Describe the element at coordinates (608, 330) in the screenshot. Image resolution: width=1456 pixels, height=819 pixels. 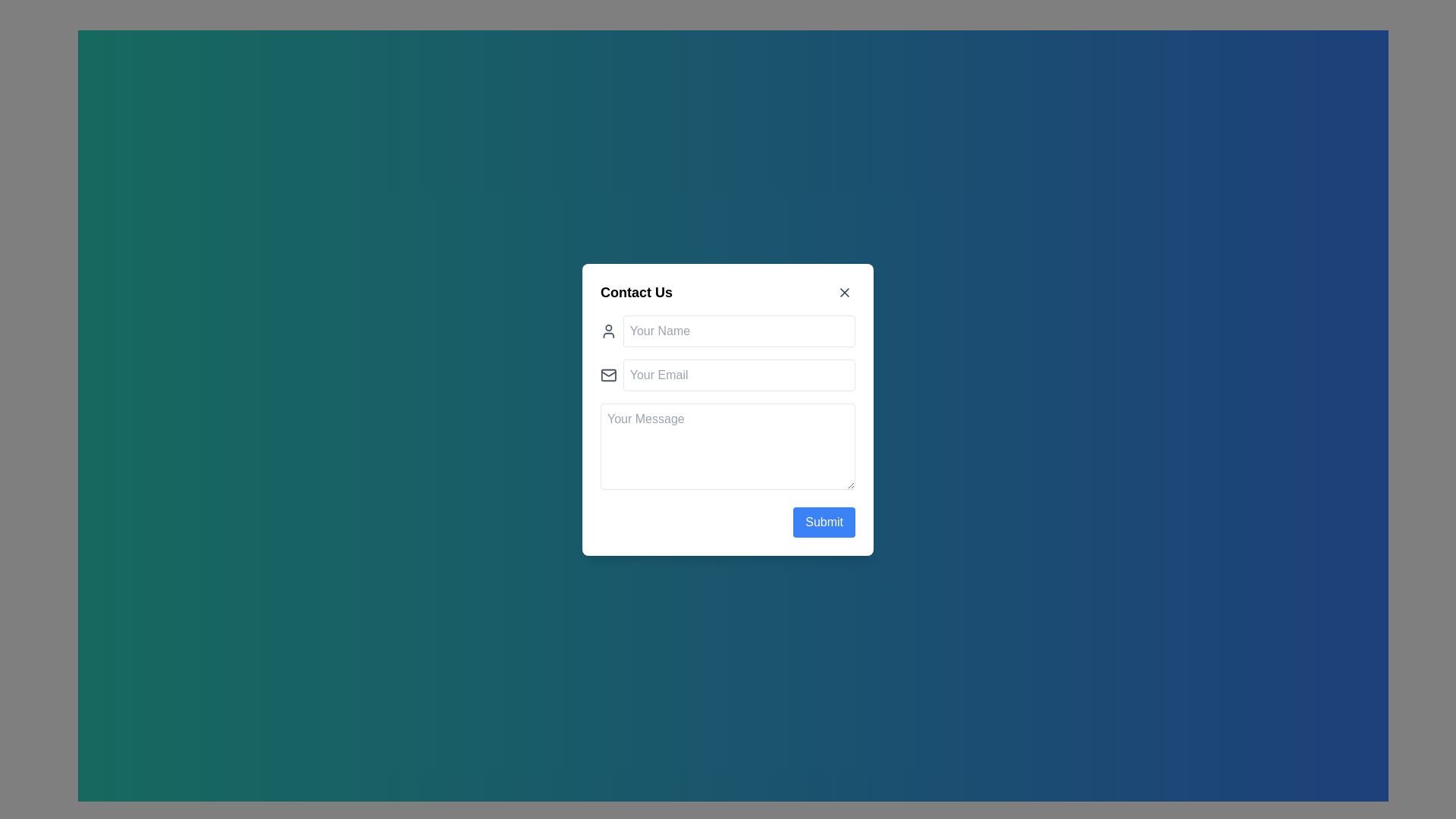
I see `the icon located to the left of the 'Your Name' text input field` at that location.